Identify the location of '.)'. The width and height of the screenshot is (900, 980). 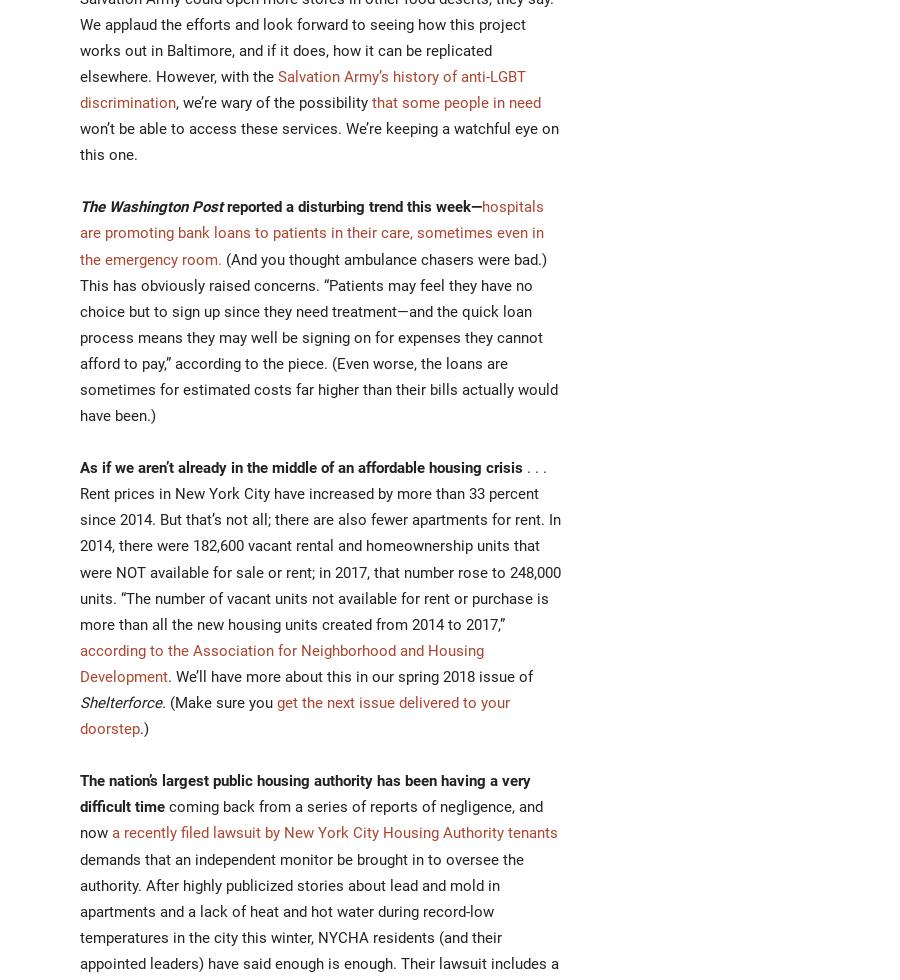
(140, 729).